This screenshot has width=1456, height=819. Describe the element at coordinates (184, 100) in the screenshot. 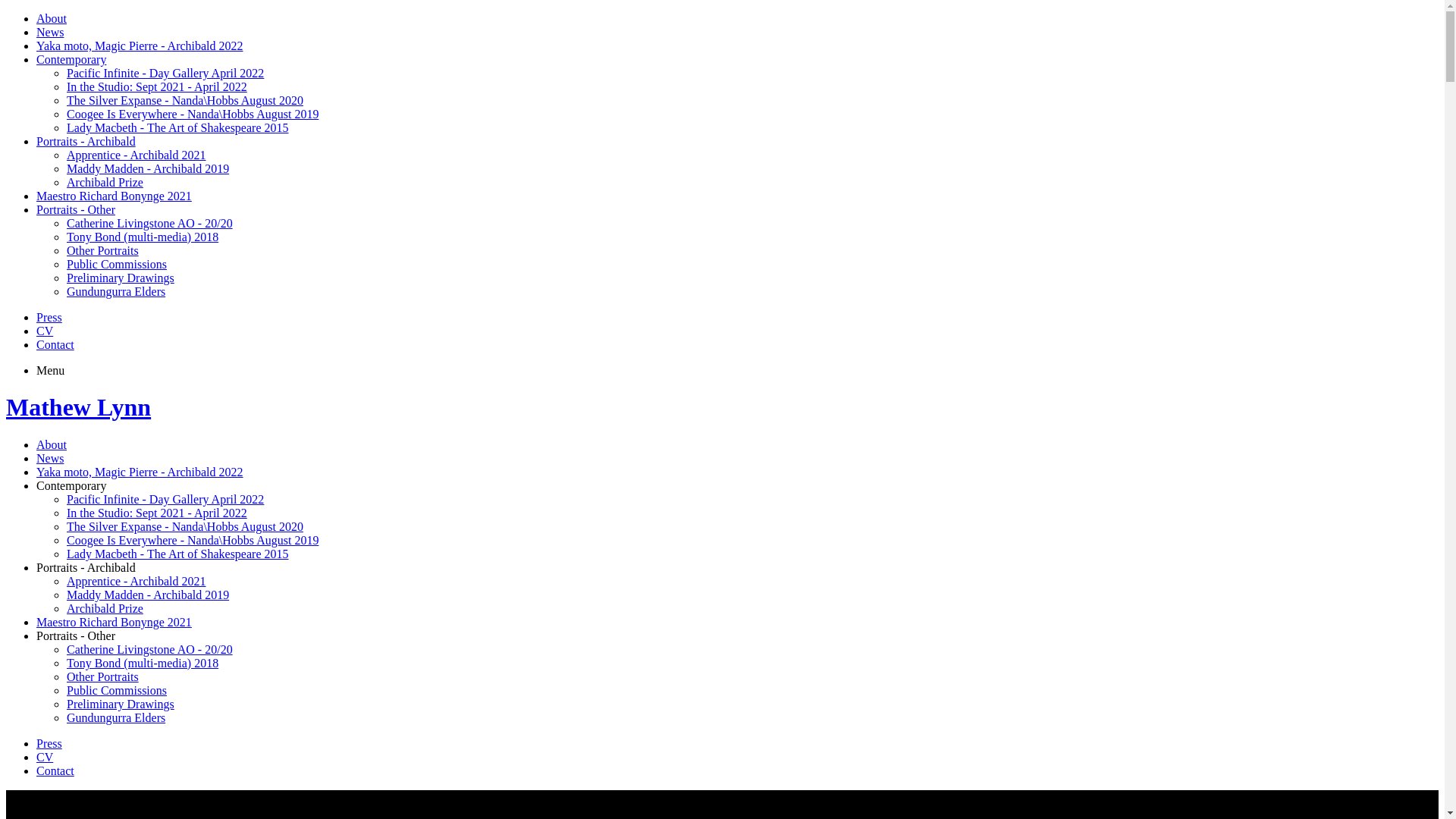

I see `'The Silver Expanse - Nanda\Hobbs August 2020'` at that location.